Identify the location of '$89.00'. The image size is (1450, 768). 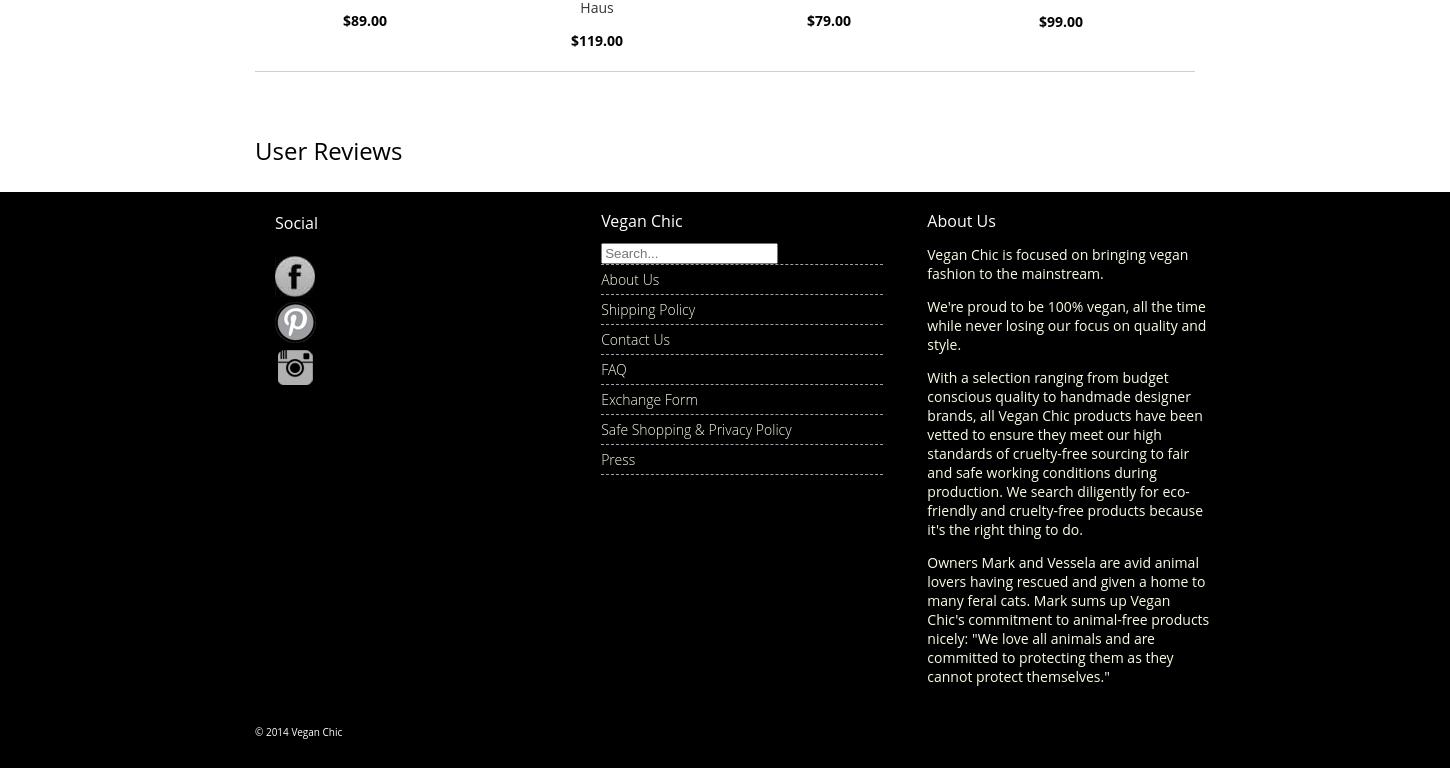
(343, 19).